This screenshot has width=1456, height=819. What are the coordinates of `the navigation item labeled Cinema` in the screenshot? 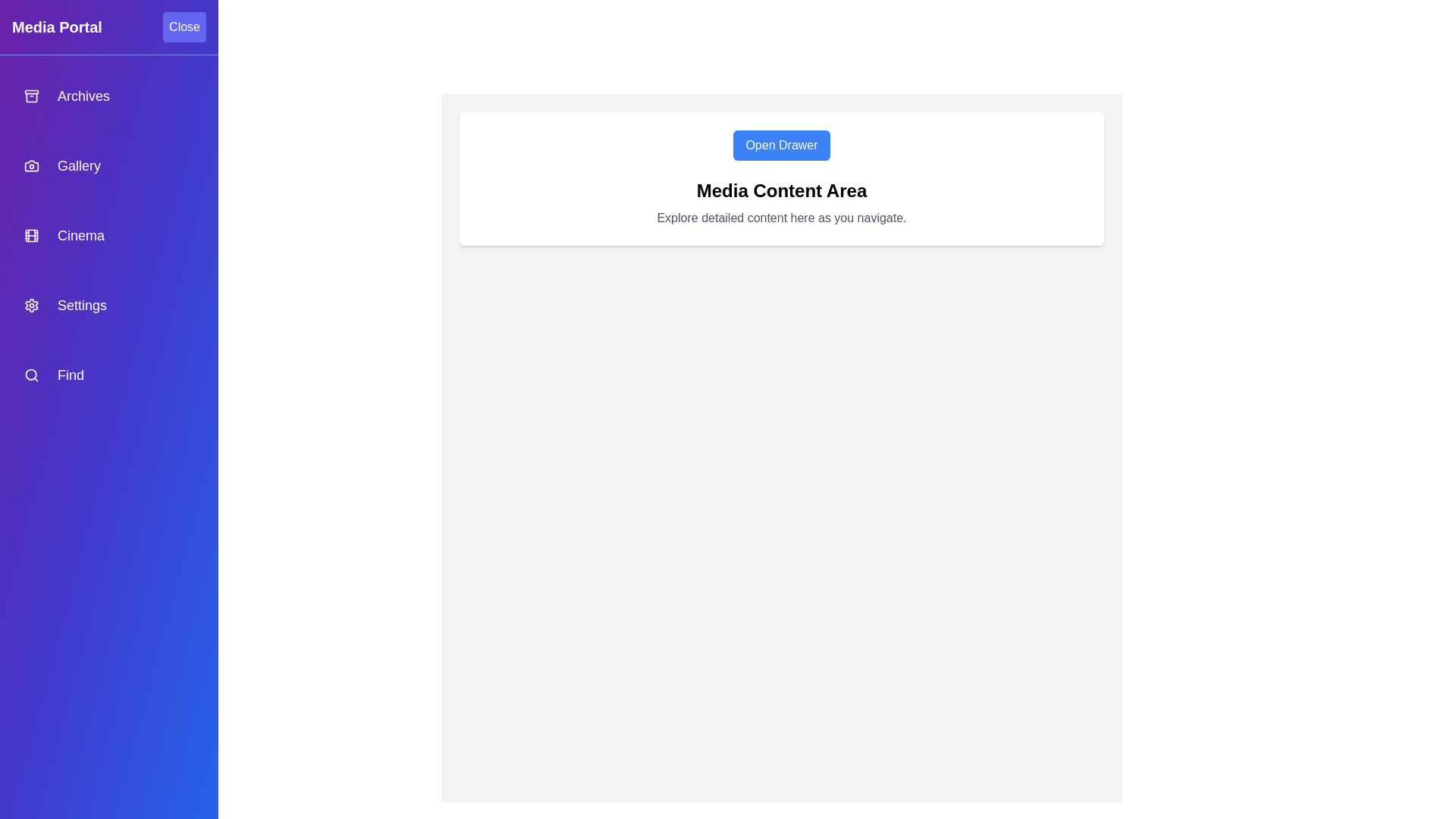 It's located at (108, 236).